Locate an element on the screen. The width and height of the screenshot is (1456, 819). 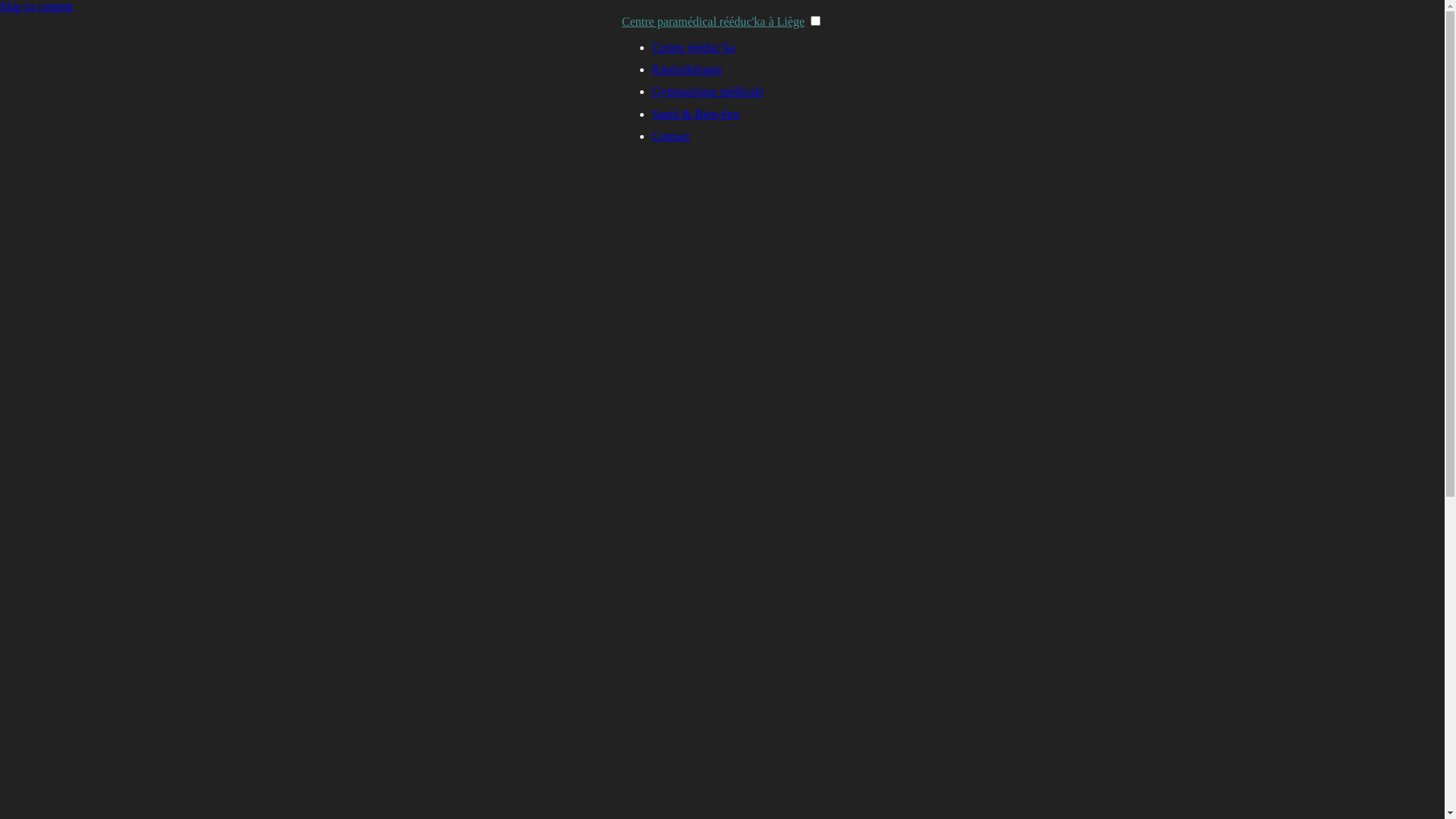
'Skip to content' is located at coordinates (36, 6).